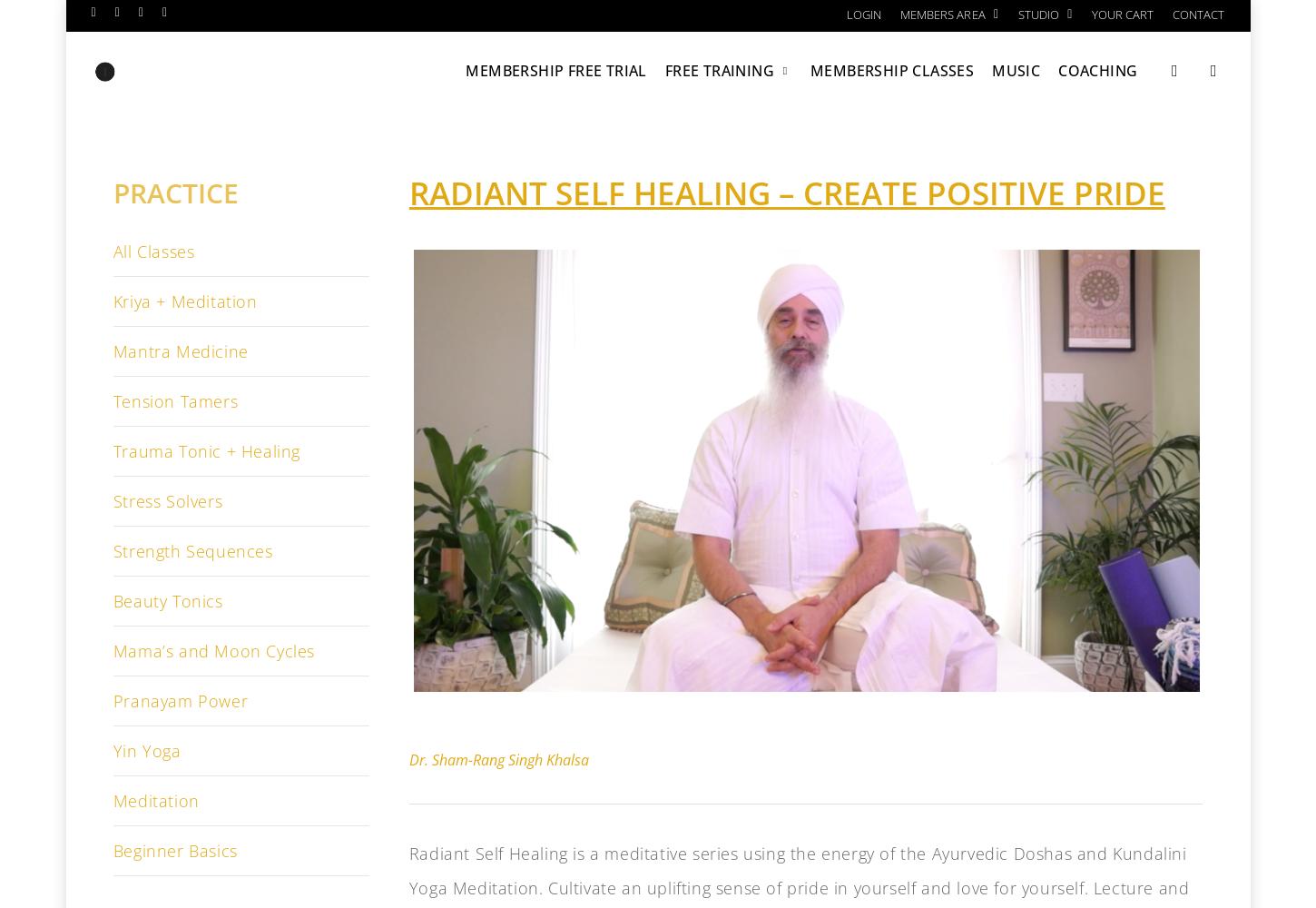 Image resolution: width=1316 pixels, height=908 pixels. I want to click on 'Tension Tamers', so click(173, 400).